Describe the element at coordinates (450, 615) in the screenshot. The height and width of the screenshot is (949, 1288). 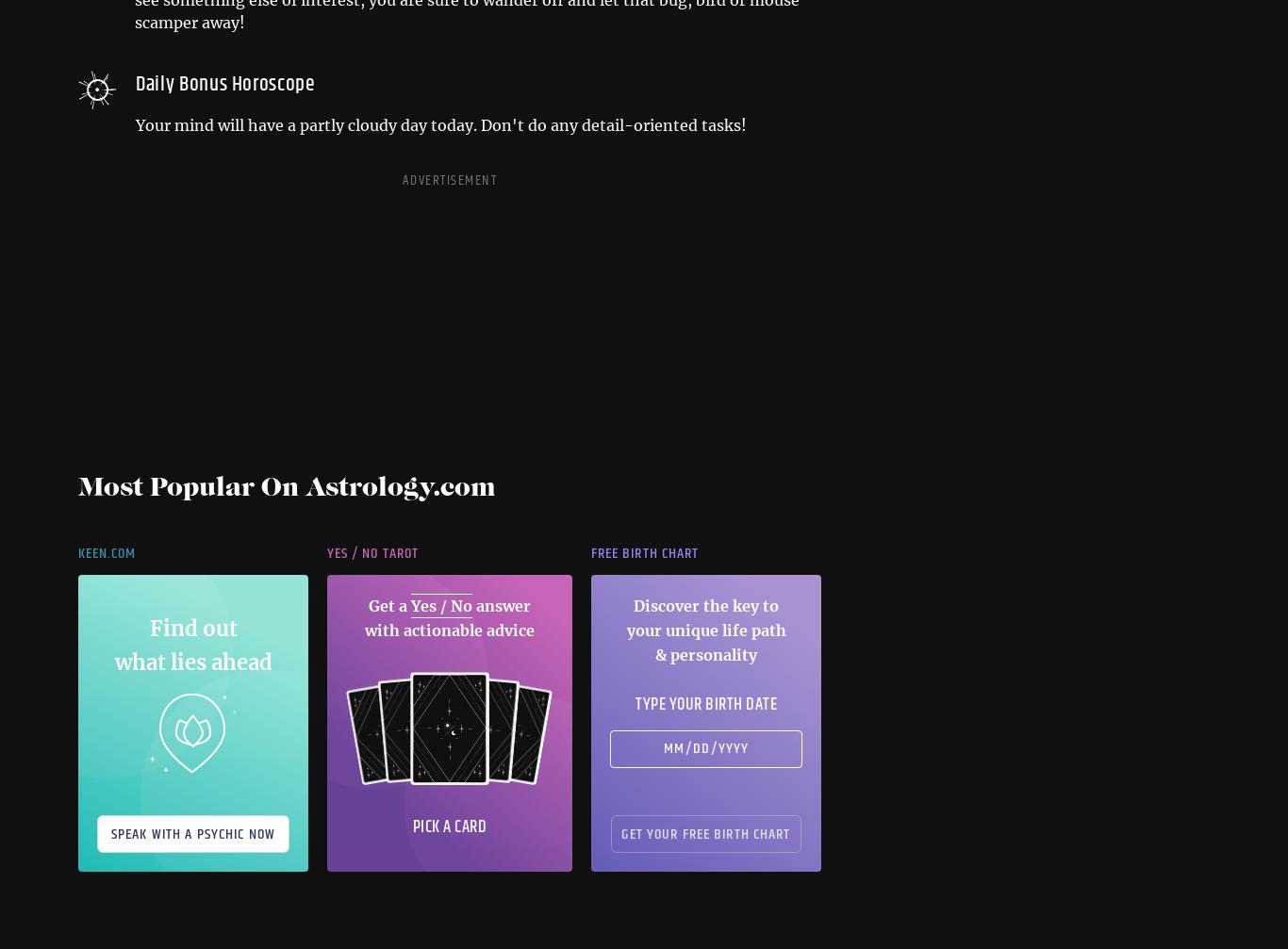
I see `'answer with actionable advice'` at that location.